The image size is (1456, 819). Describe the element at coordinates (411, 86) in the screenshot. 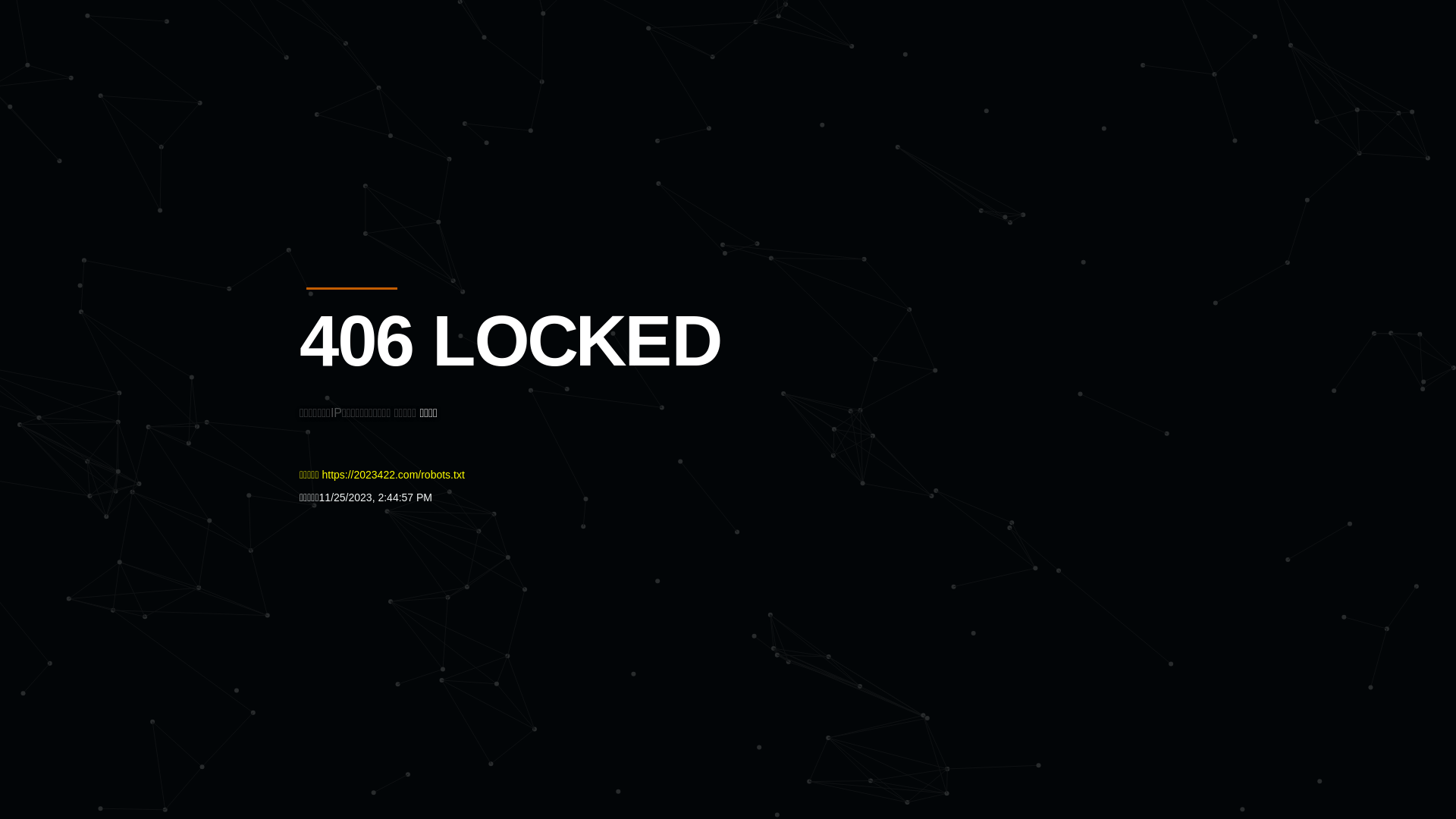

I see `'Quatro'` at that location.